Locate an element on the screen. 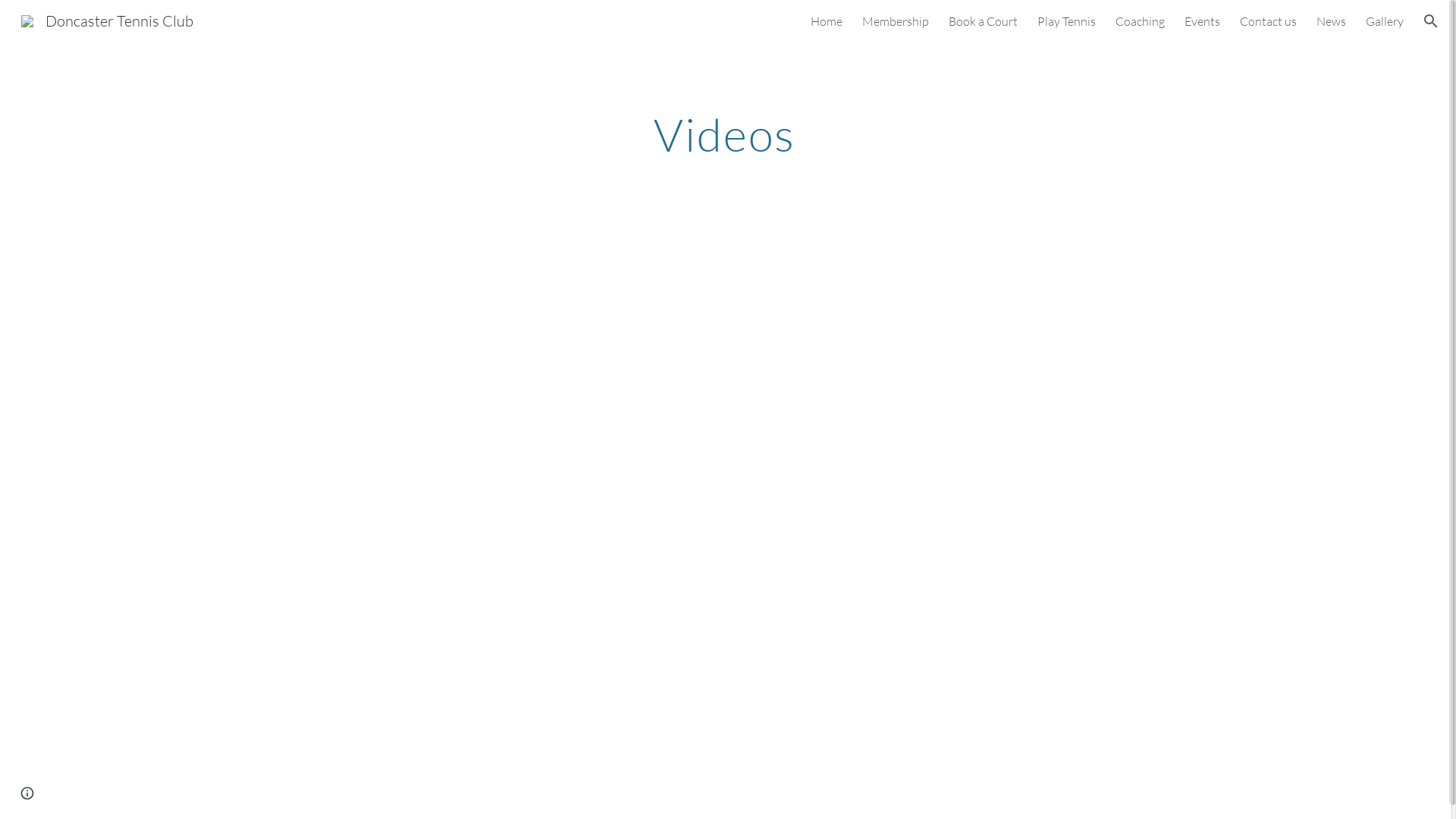 The image size is (1456, 819). 'Events' is located at coordinates (1201, 20).